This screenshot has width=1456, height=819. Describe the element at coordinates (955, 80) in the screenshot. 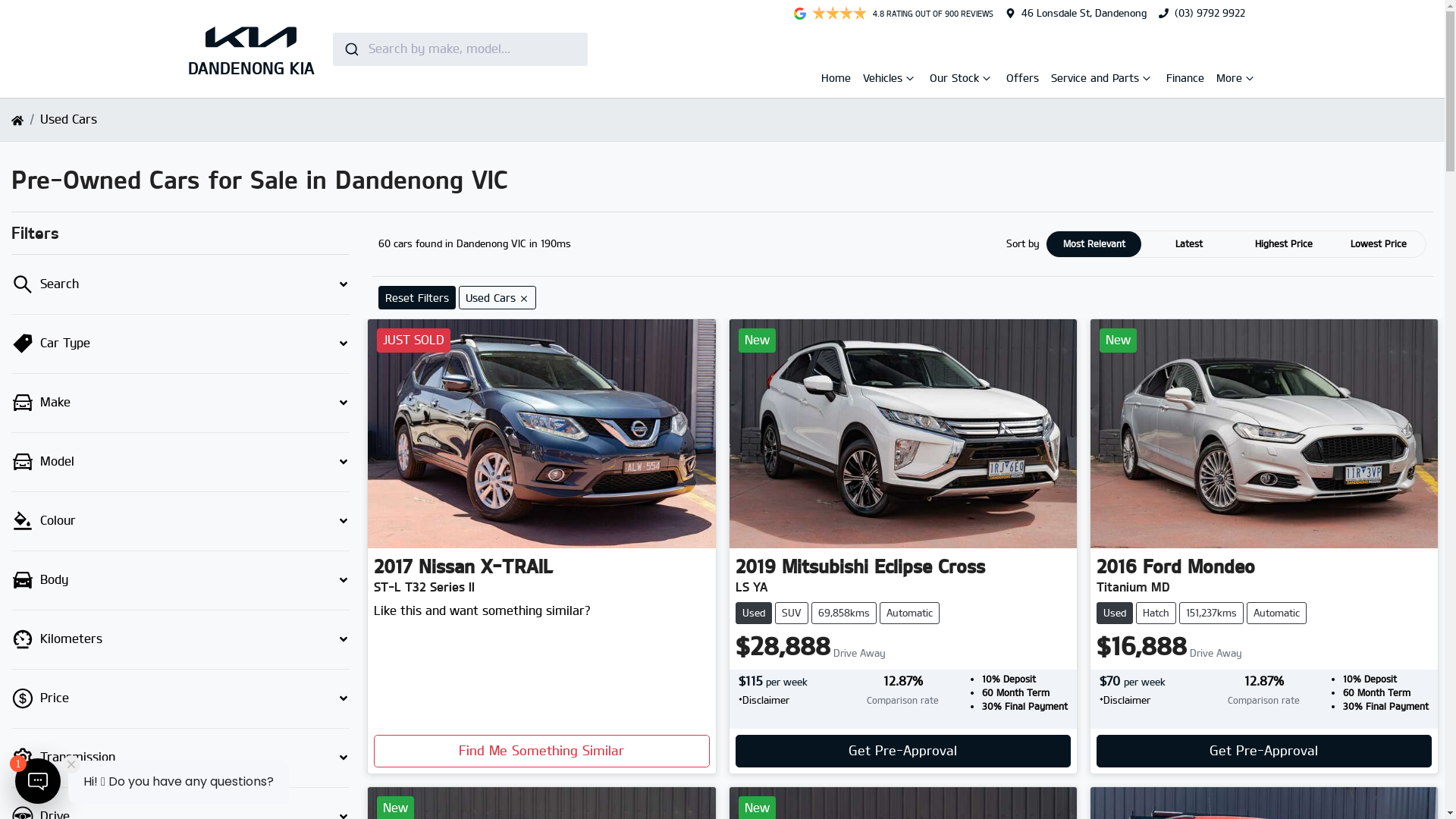

I see `'Our Stock'` at that location.